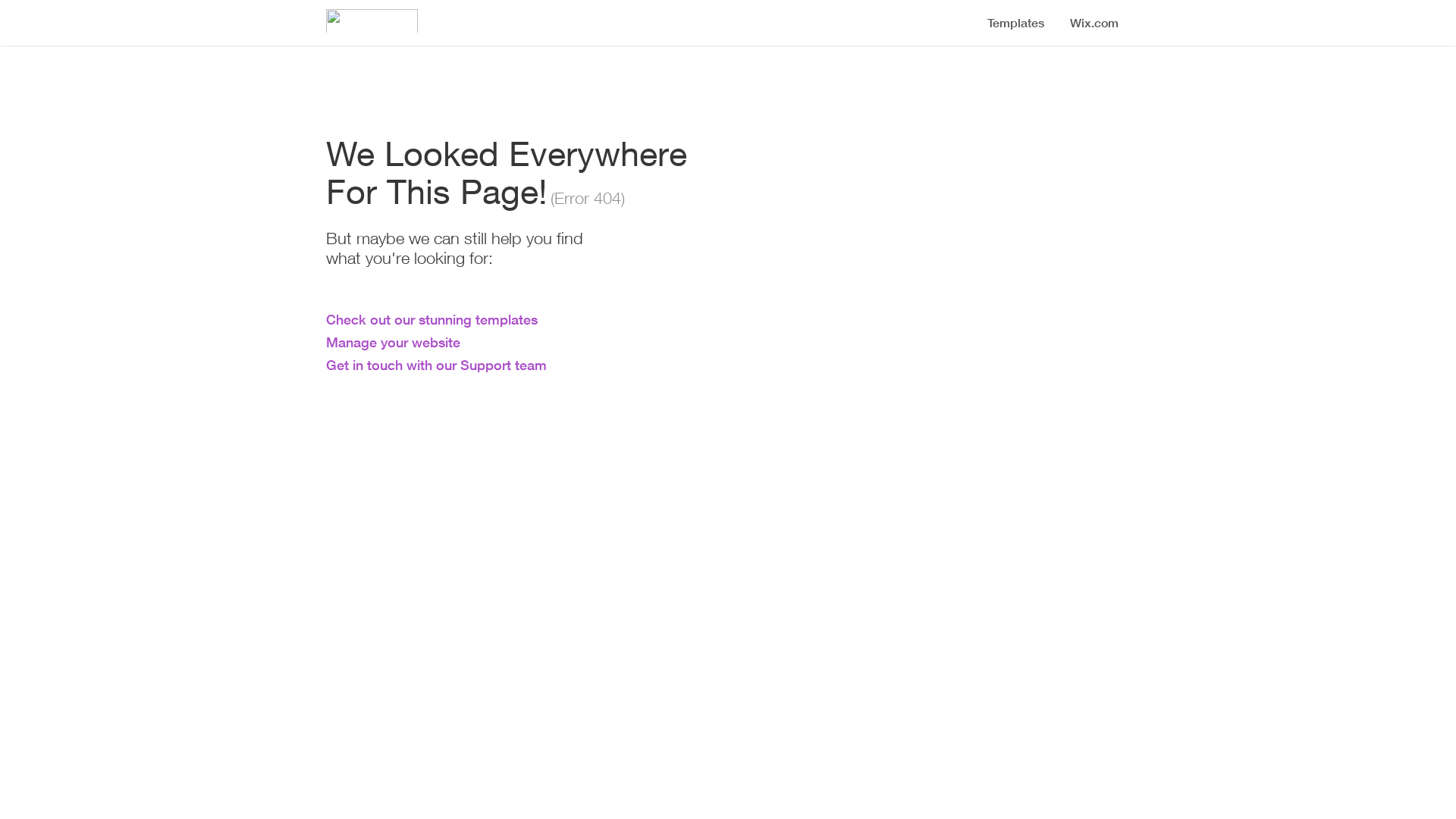 The width and height of the screenshot is (1456, 819). Describe the element at coordinates (325, 318) in the screenshot. I see `'Check out our stunning templates'` at that location.